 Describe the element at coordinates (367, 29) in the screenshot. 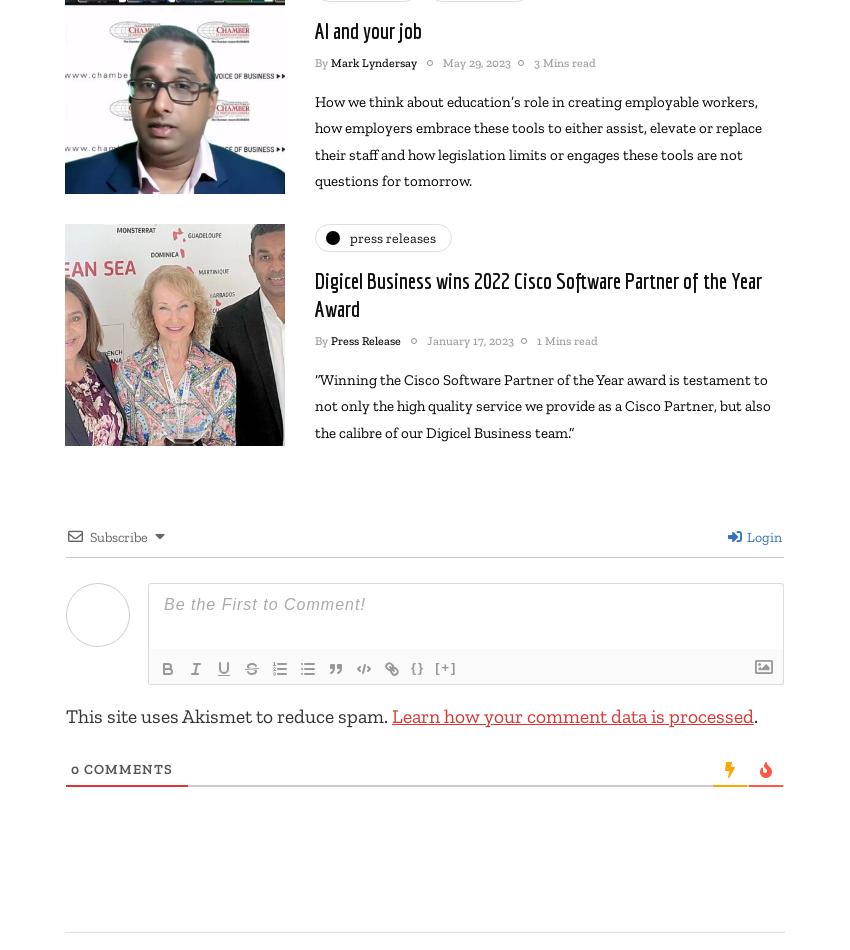

I see `'AI and your job'` at that location.